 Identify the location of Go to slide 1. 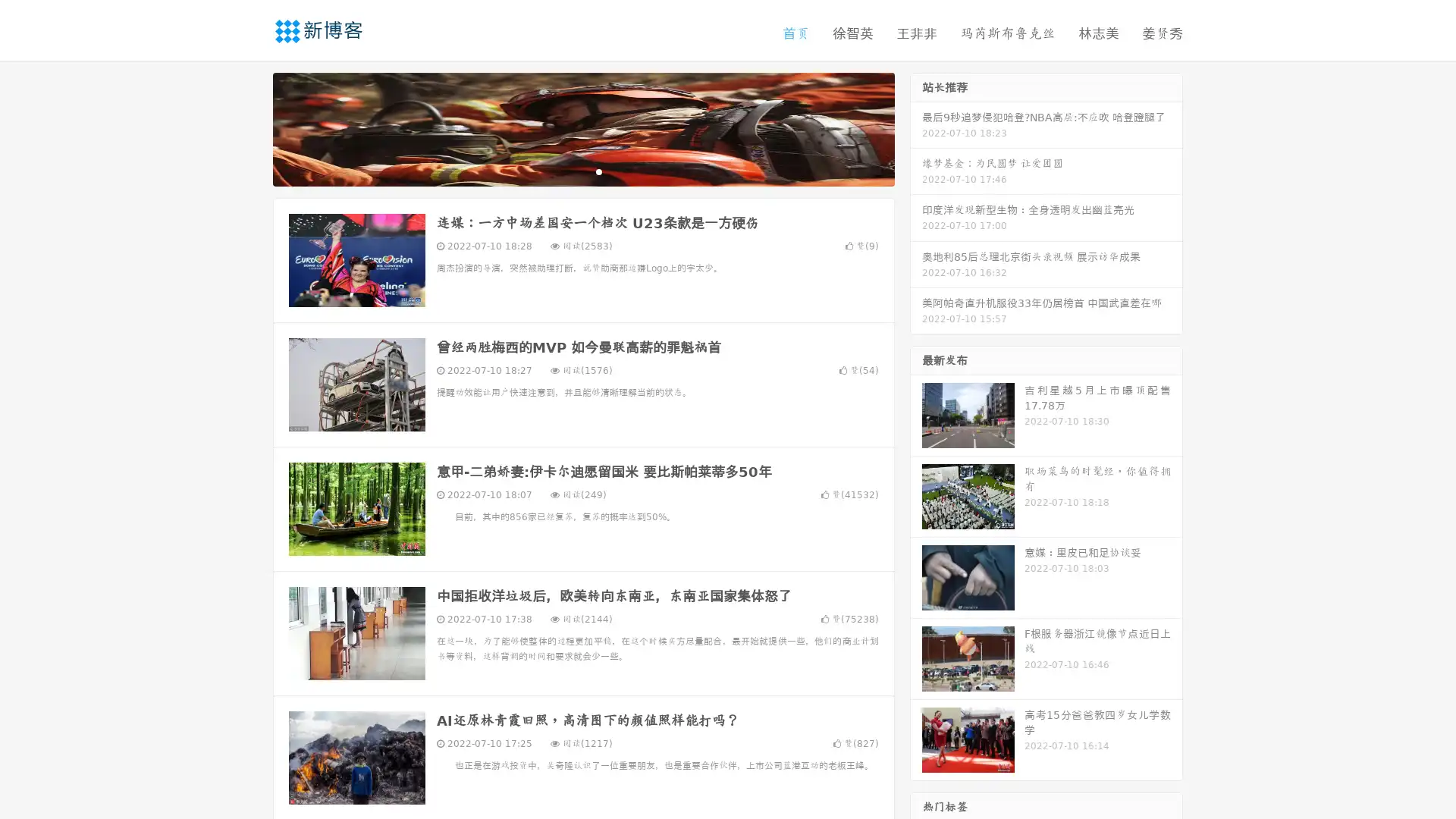
(567, 171).